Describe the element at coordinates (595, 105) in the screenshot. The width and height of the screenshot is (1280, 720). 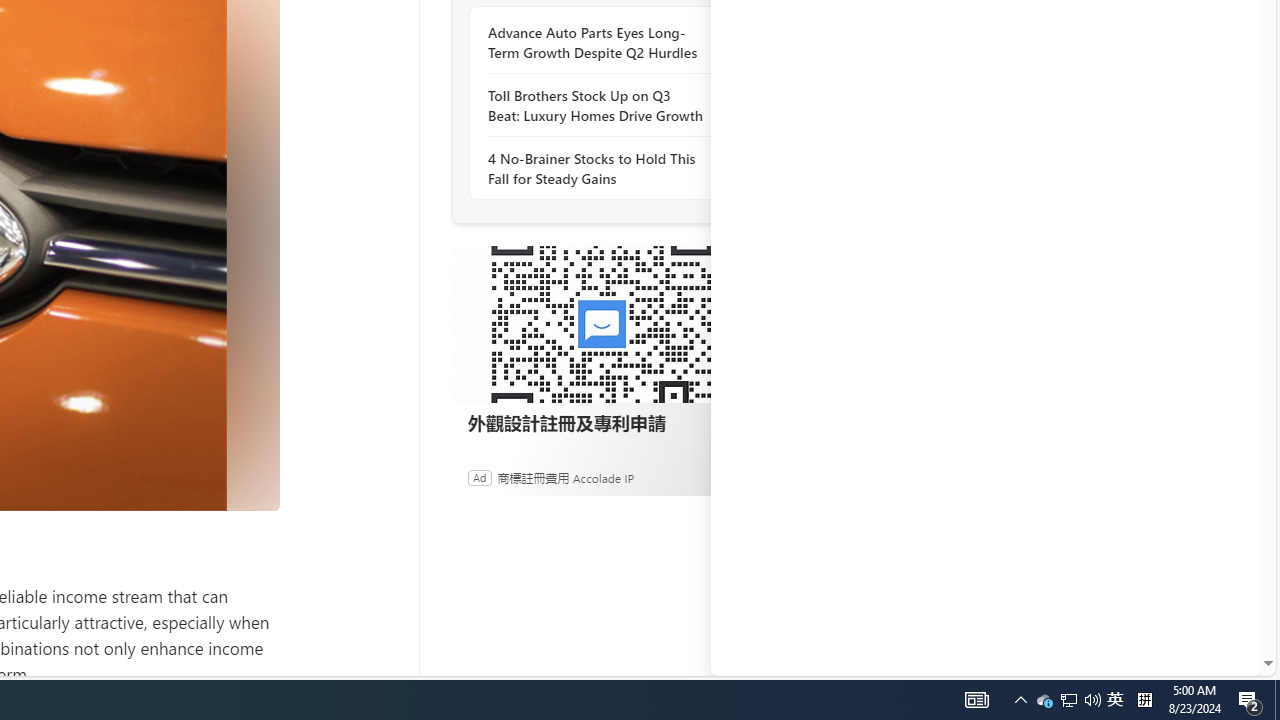
I see `'Toll Brothers Stock Up on Q3 Beat: Luxury Homes Drive Growth'` at that location.